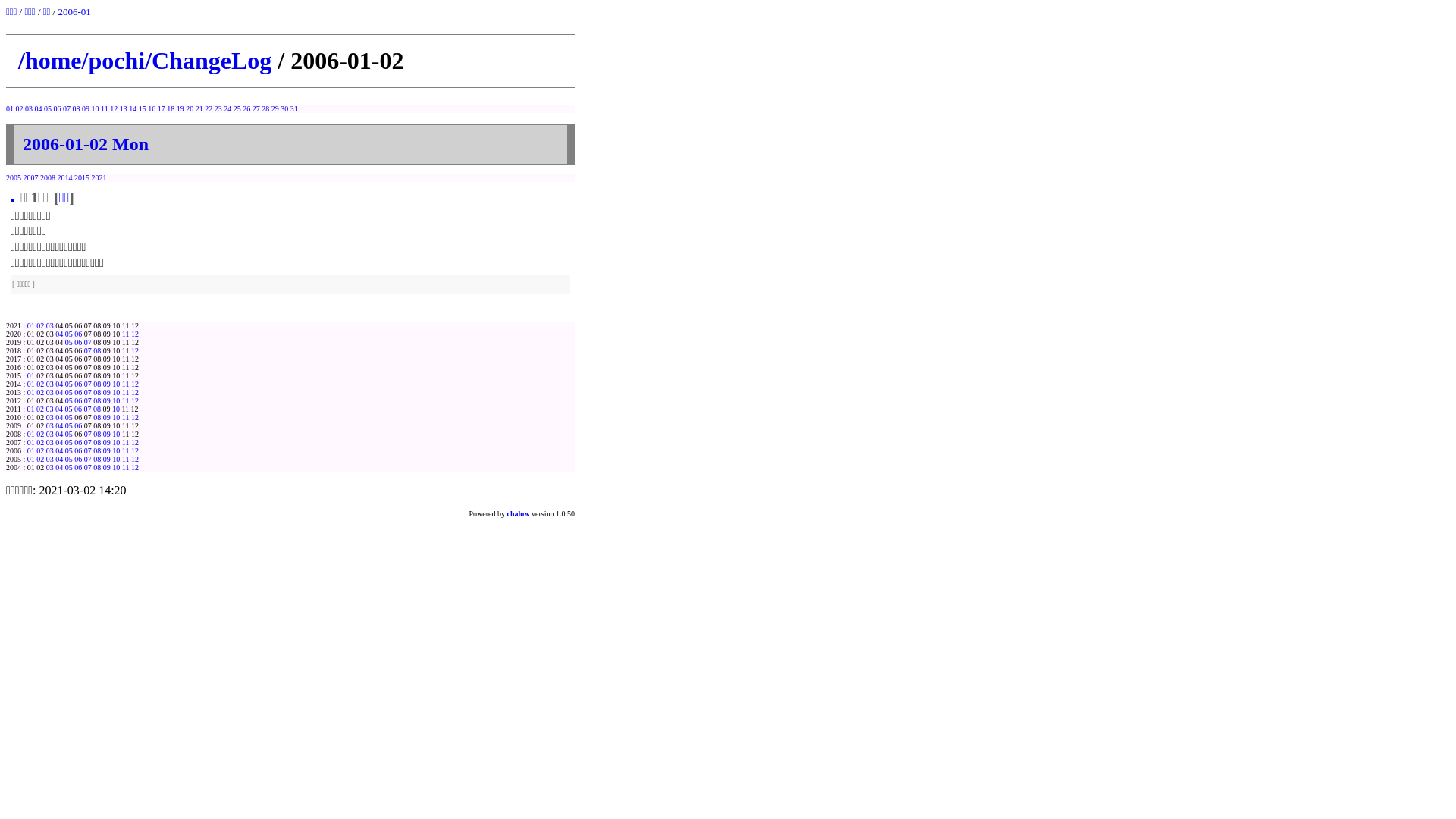 Image resolution: width=1456 pixels, height=819 pixels. I want to click on '04', so click(58, 466).